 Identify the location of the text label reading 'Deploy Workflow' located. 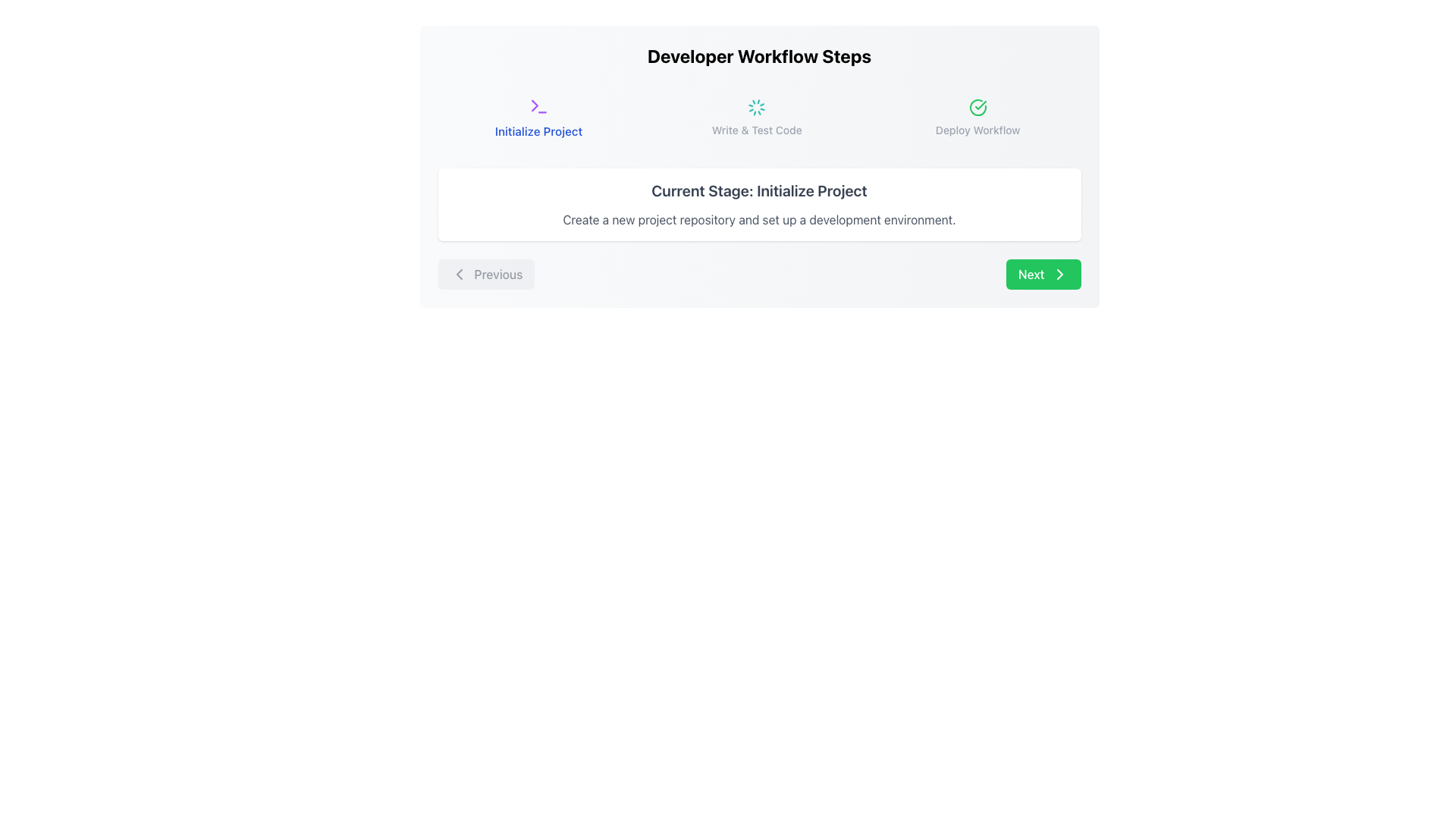
(977, 130).